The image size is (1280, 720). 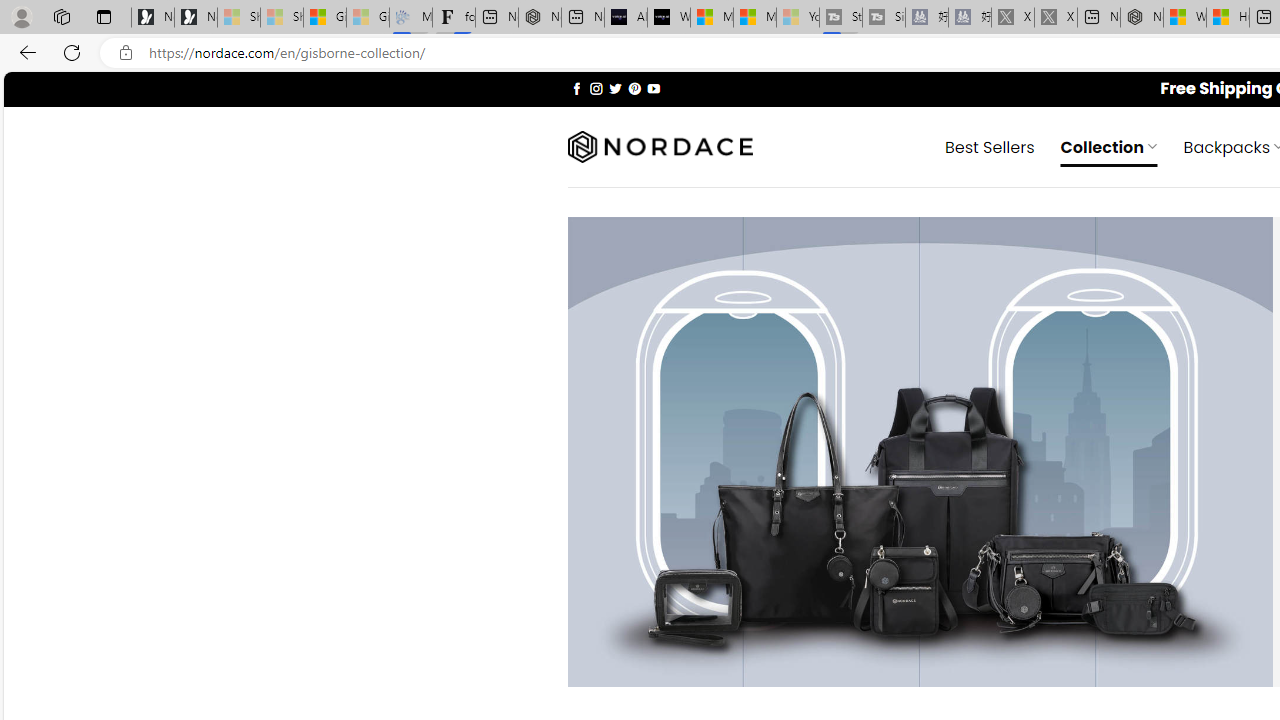 What do you see at coordinates (624, 17) in the screenshot?
I see `'AI Voice Changer for PC and Mac - Voice.ai'` at bounding box center [624, 17].